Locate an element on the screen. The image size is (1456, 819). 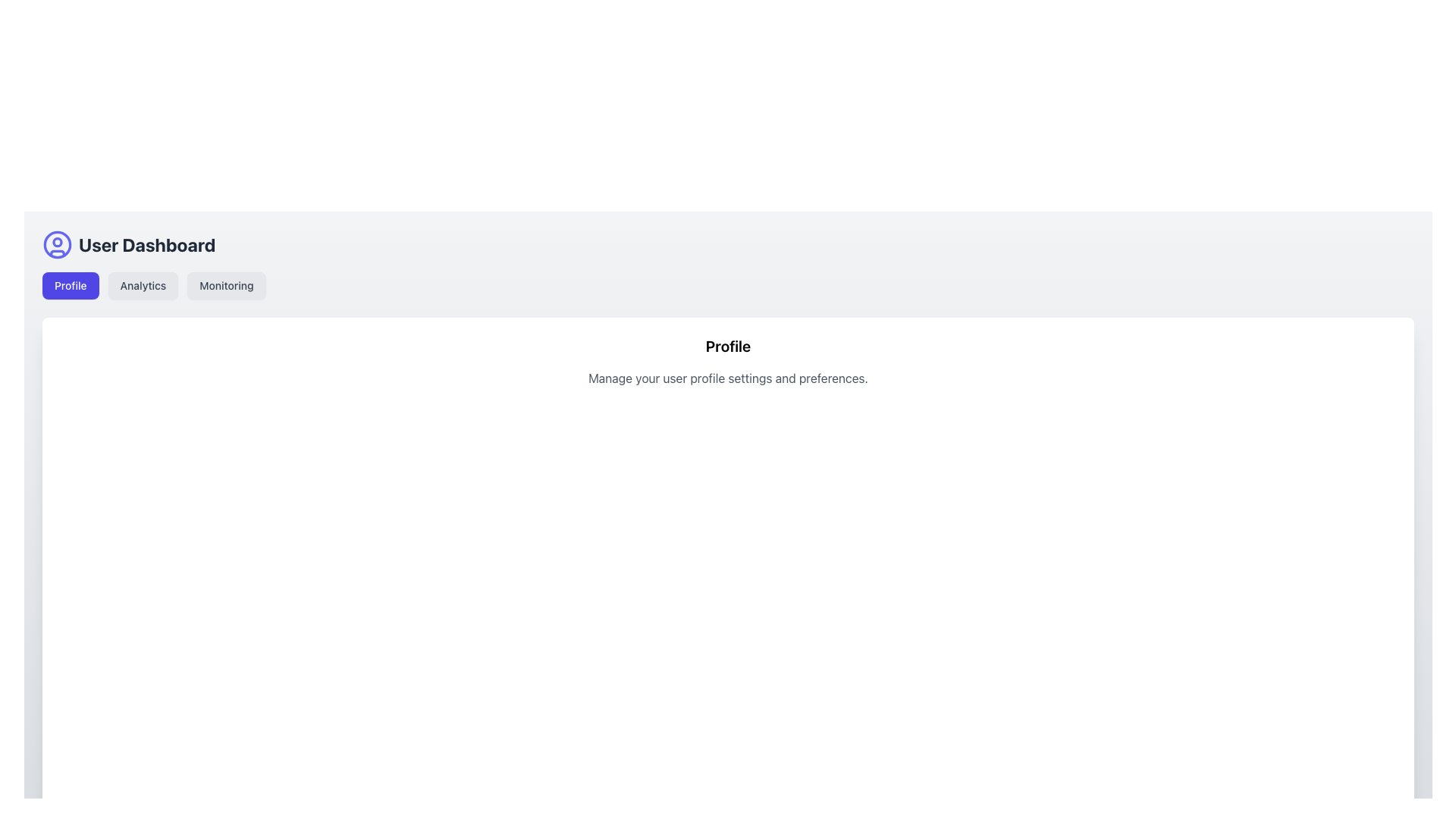
the 'User Dashboard' text label, which serves as a title for the current section of the application interface, located in the top-left area next to the user icon is located at coordinates (147, 244).